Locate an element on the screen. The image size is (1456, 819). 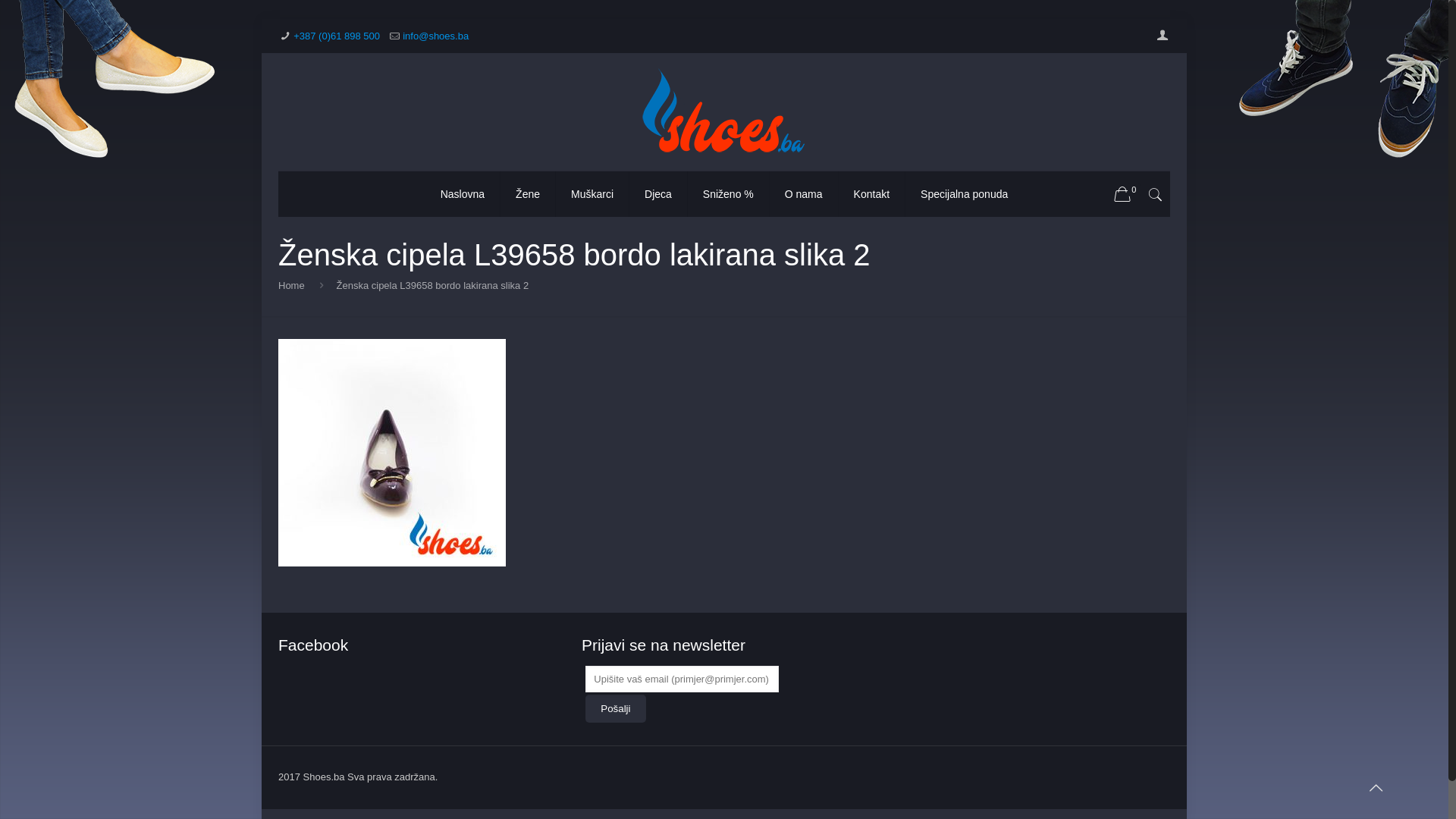
'Djeca' is located at coordinates (658, 193).